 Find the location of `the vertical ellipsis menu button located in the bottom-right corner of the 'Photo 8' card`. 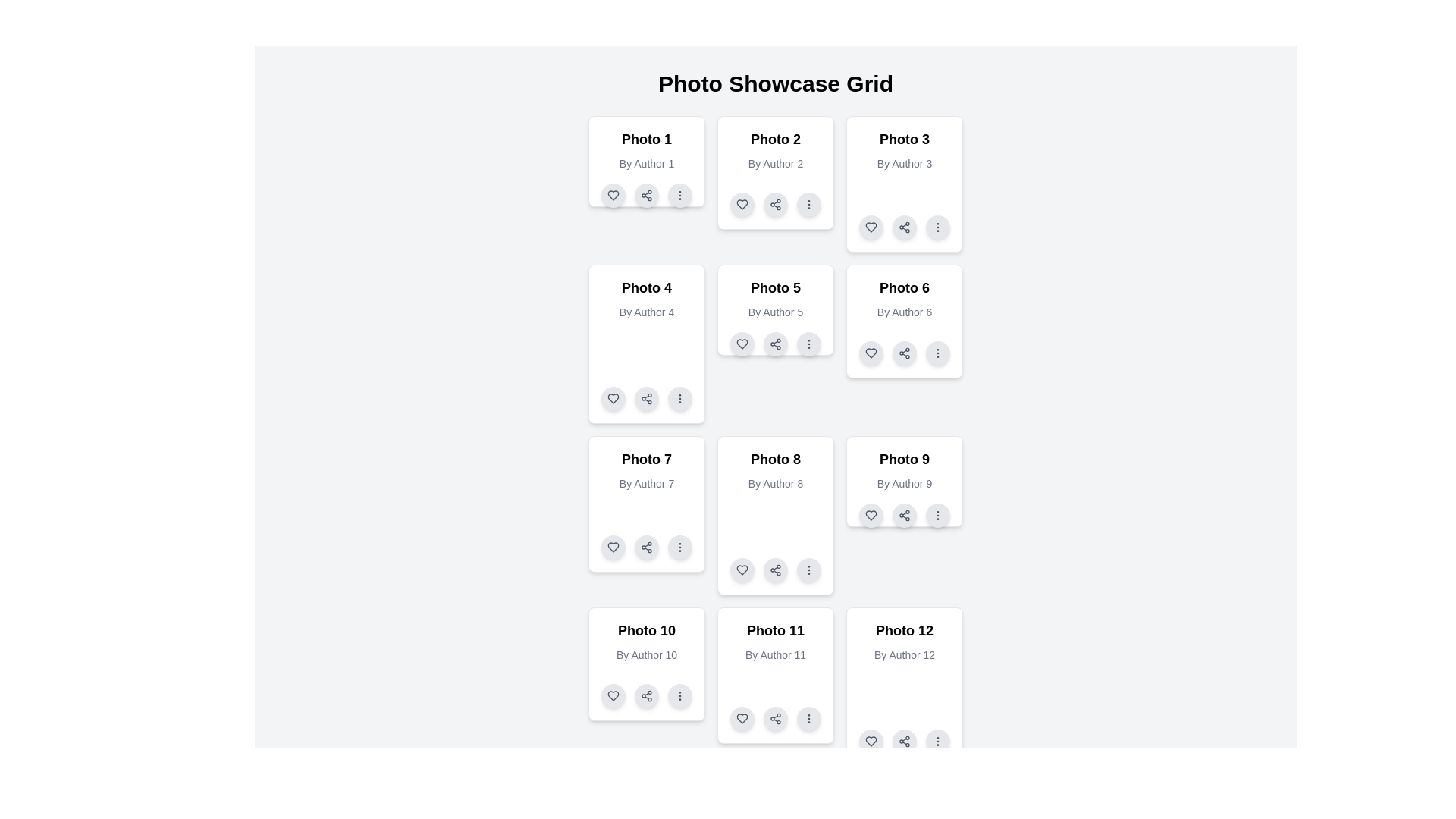

the vertical ellipsis menu button located in the bottom-right corner of the 'Photo 8' card is located at coordinates (808, 570).